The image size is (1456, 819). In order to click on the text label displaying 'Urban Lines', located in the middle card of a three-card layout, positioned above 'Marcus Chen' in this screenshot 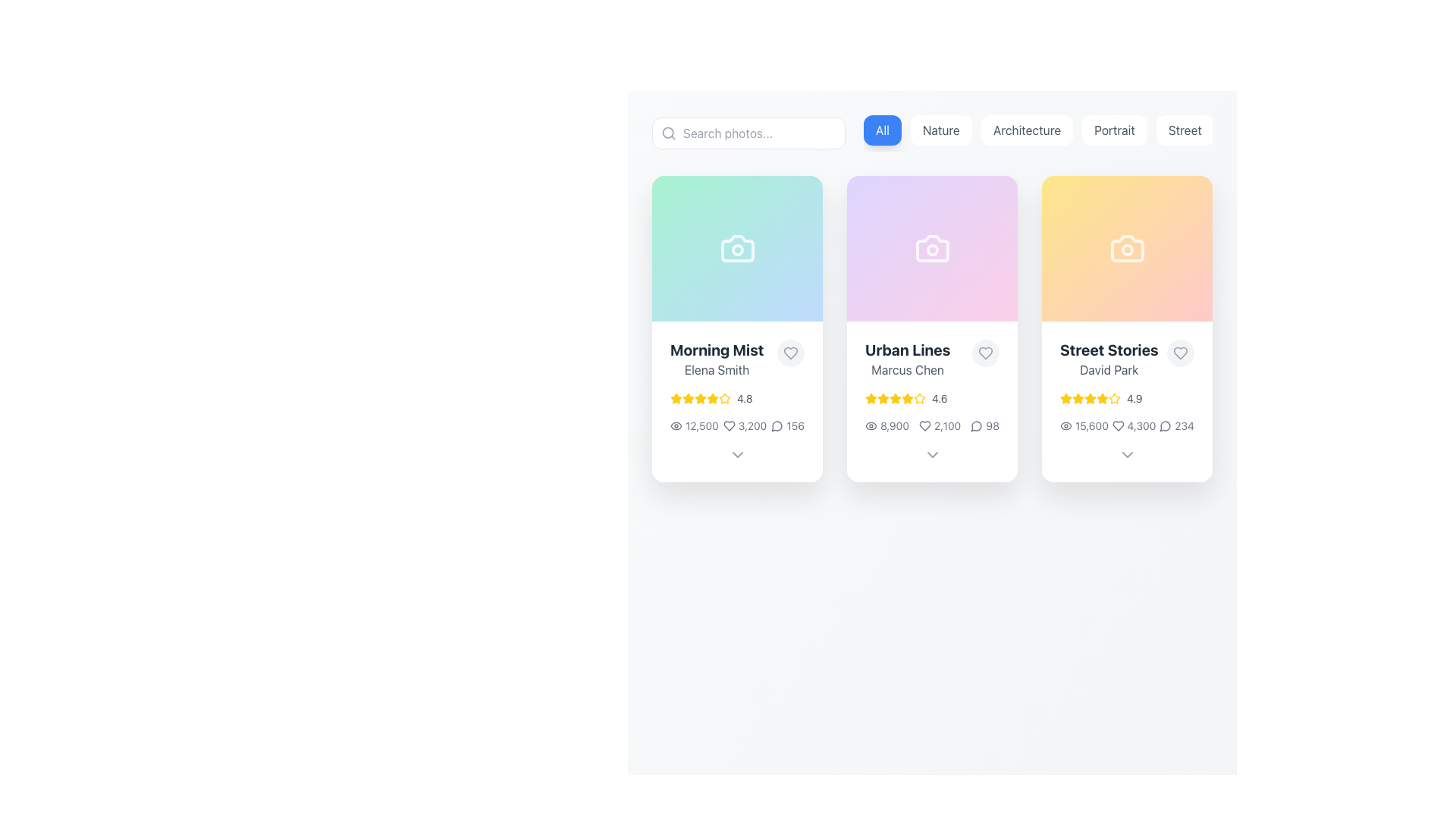, I will do `click(908, 350)`.